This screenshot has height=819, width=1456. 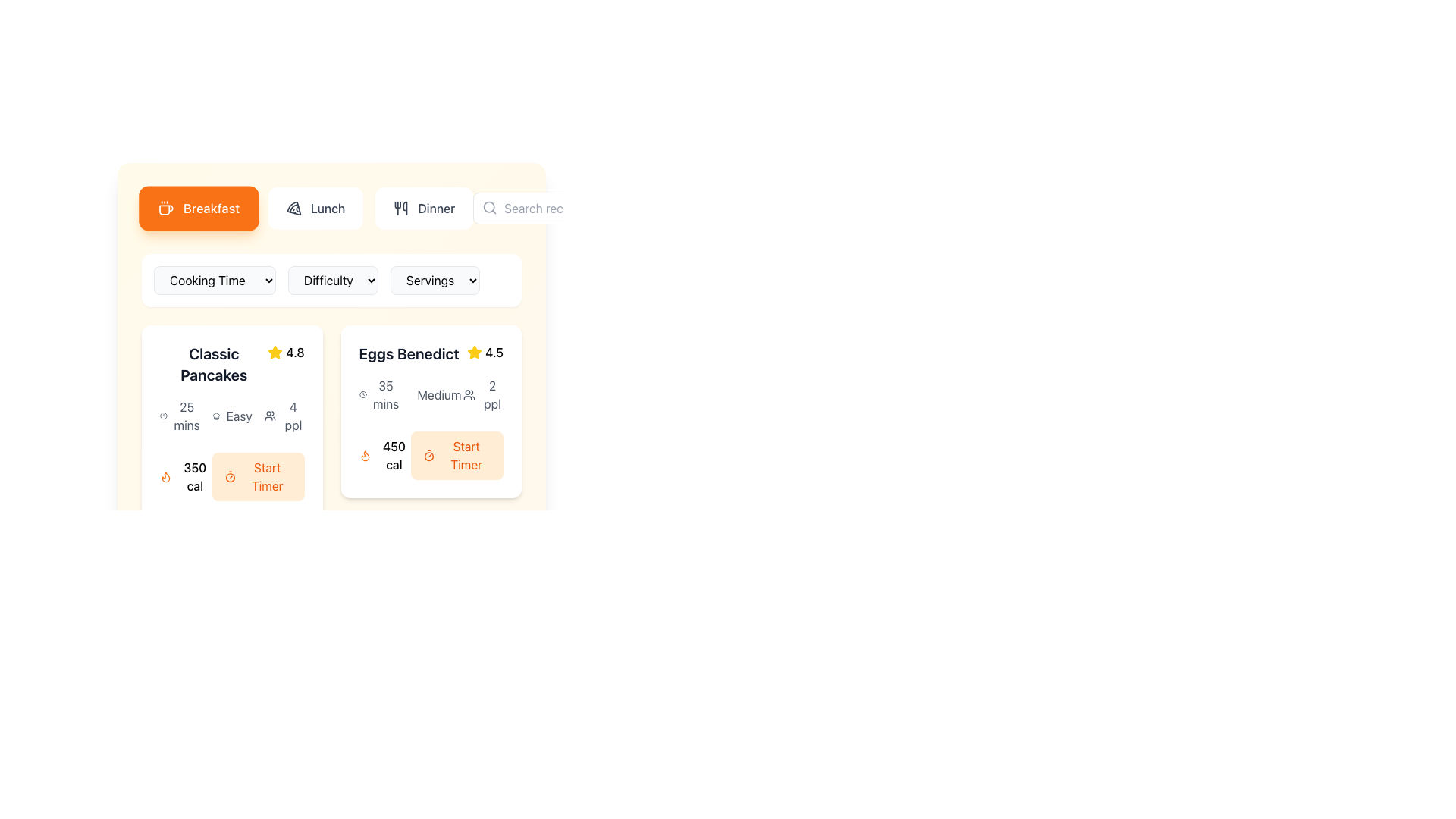 I want to click on the 'Lunch' button, which is the middle button in a row of three, featuring a pizza icon and rounded corners, so click(x=331, y=208).